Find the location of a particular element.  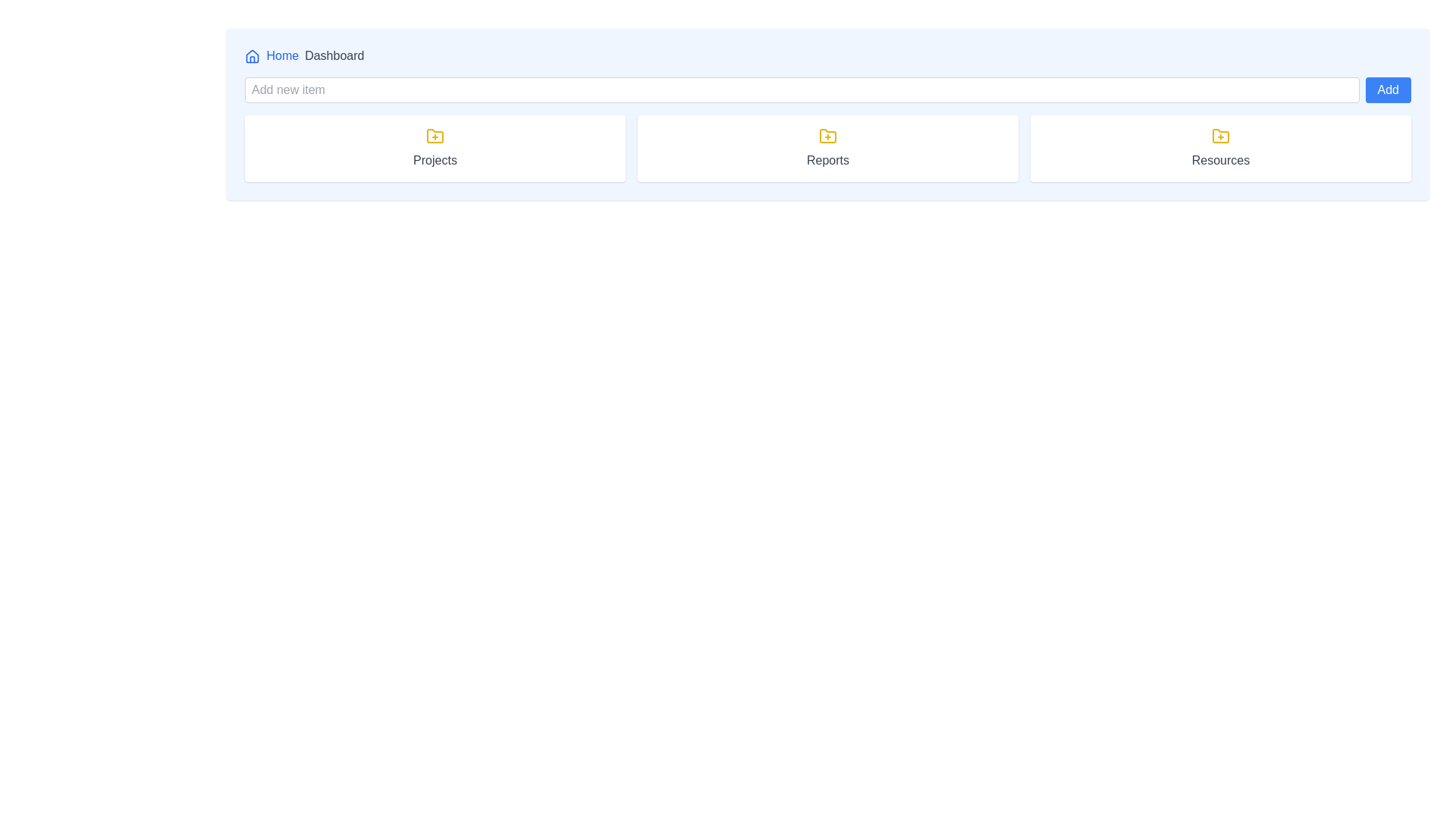

the 'Add New Item' button located to the far right of the input field is located at coordinates (1388, 90).